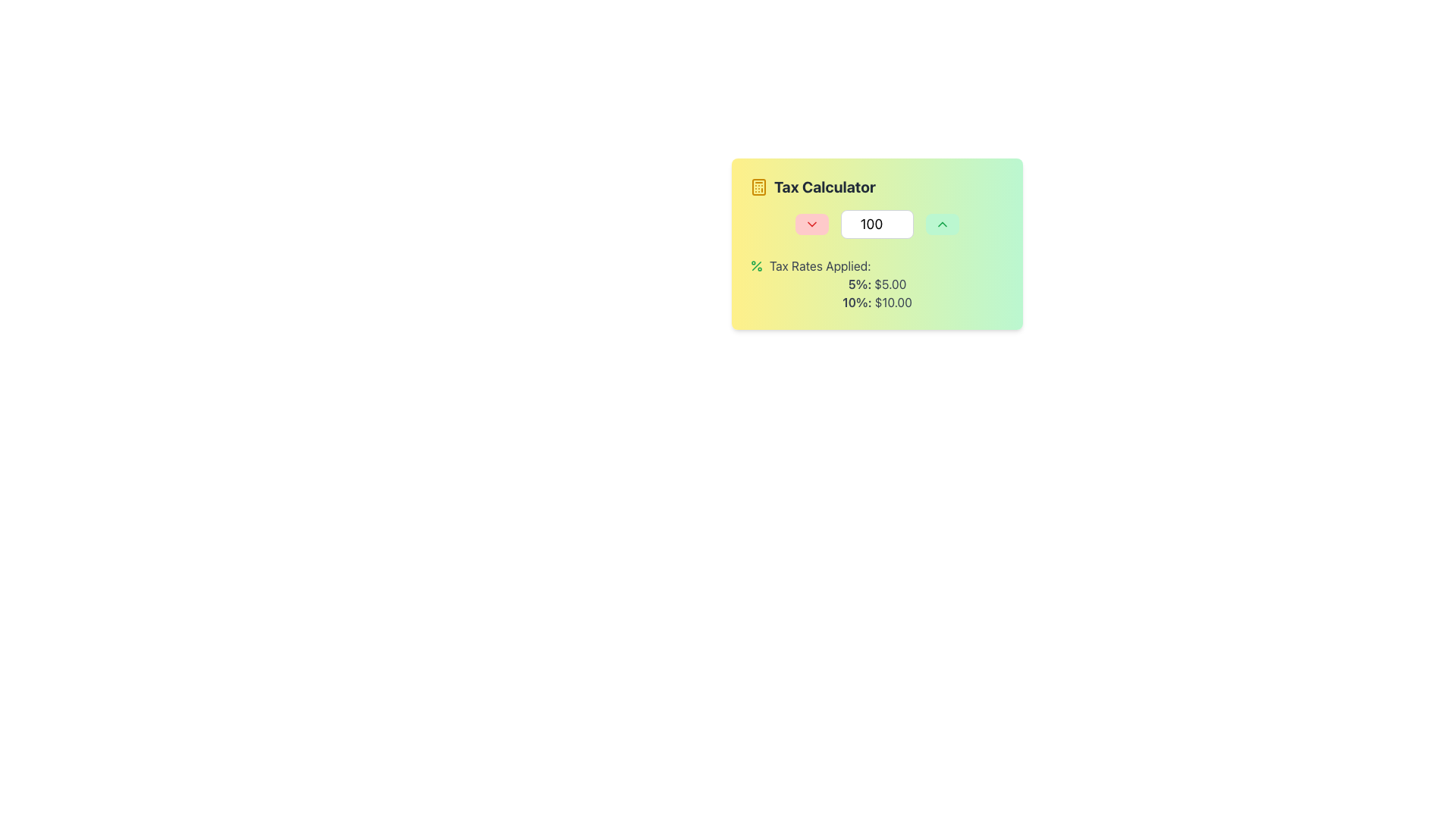 The width and height of the screenshot is (1456, 819). What do you see at coordinates (759, 186) in the screenshot?
I see `the rectangle that represents the body of the calculator icon located in the top-left corner of the 'Tax Calculator' card` at bounding box center [759, 186].